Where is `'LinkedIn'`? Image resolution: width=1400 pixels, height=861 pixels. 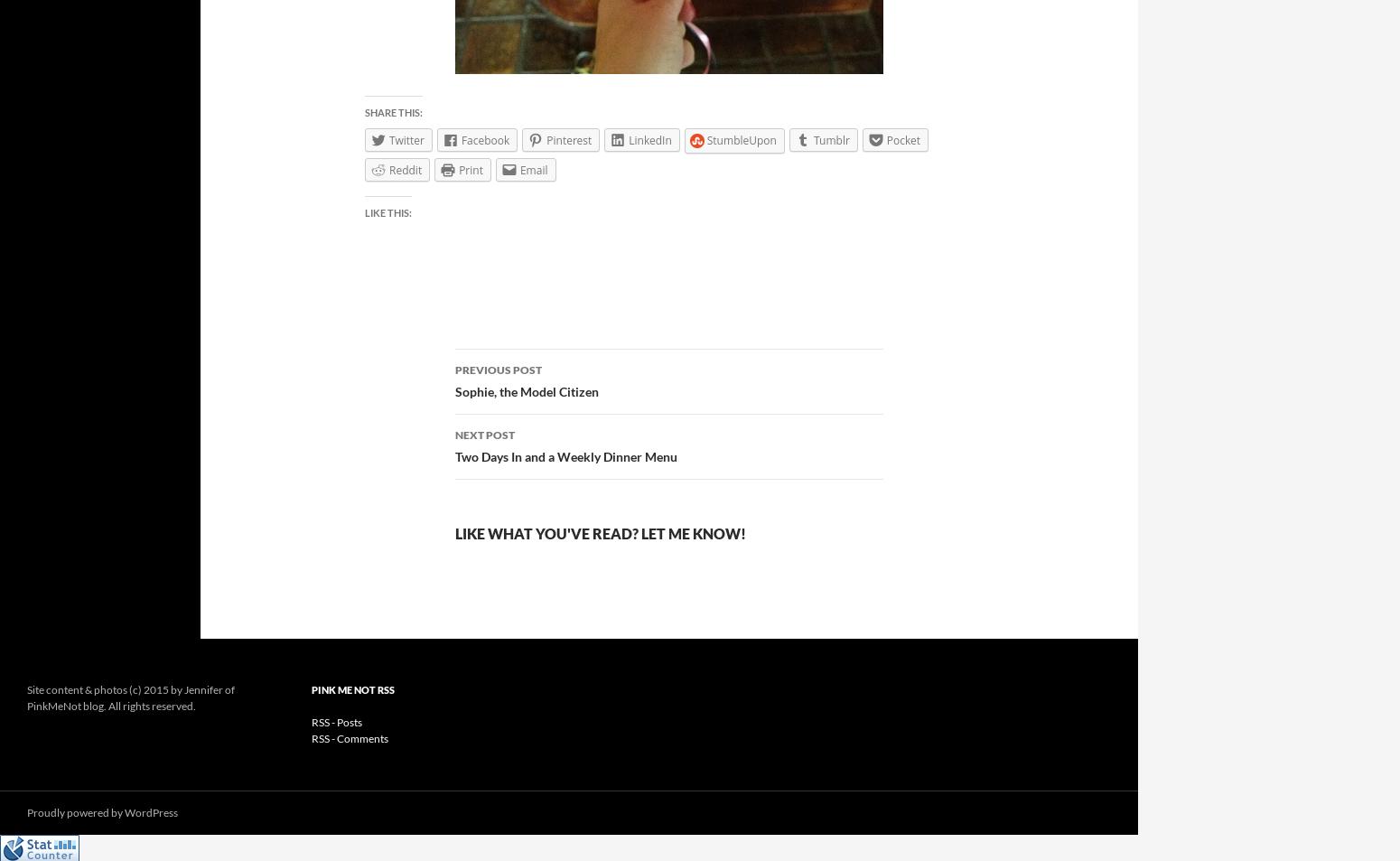 'LinkedIn' is located at coordinates (649, 138).